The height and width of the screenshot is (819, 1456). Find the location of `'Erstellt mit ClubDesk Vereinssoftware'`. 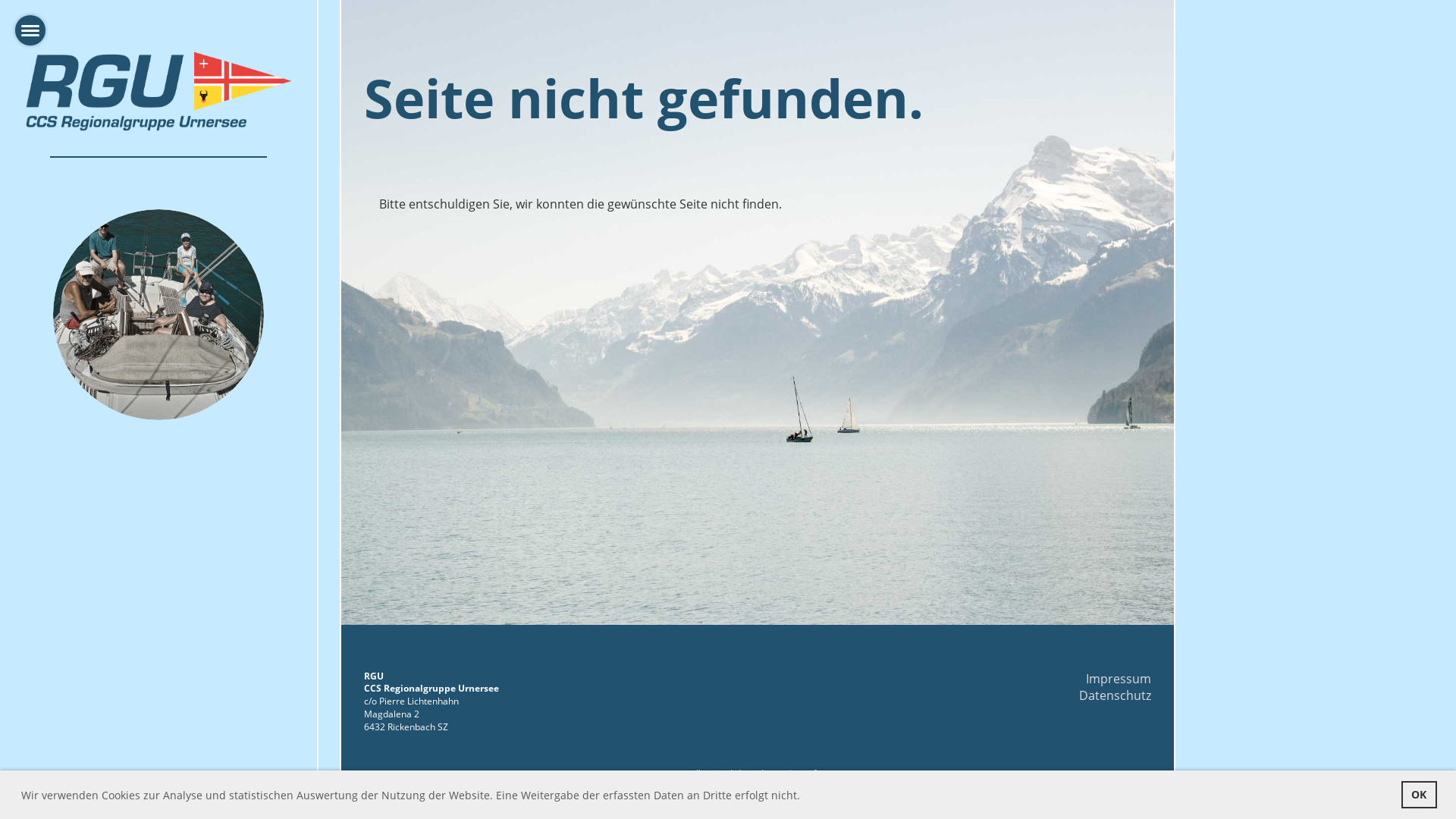

'Erstellt mit ClubDesk Vereinssoftware' is located at coordinates (757, 773).